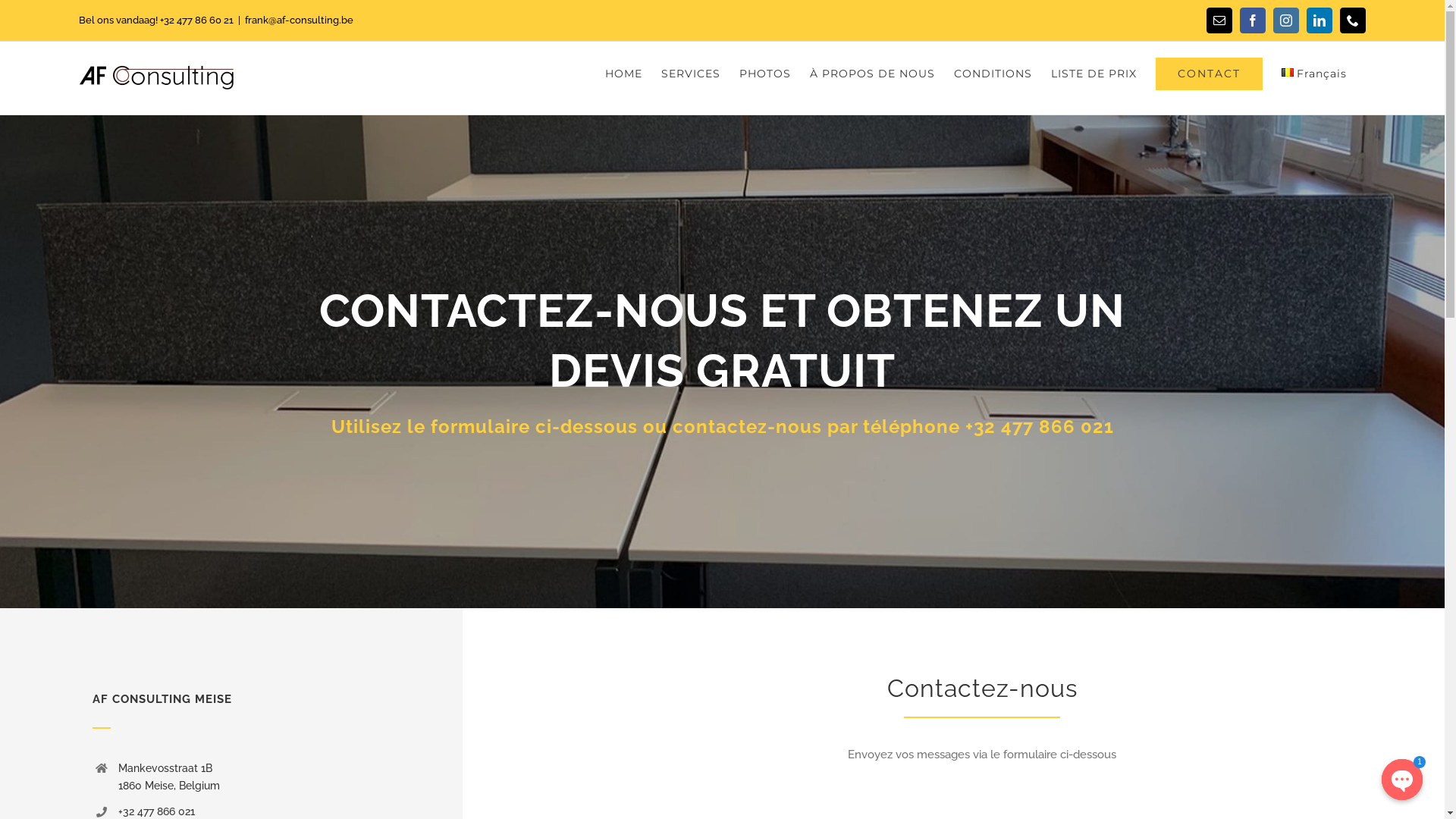 The width and height of the screenshot is (1456, 819). What do you see at coordinates (764, 73) in the screenshot?
I see `'PHOTOS'` at bounding box center [764, 73].